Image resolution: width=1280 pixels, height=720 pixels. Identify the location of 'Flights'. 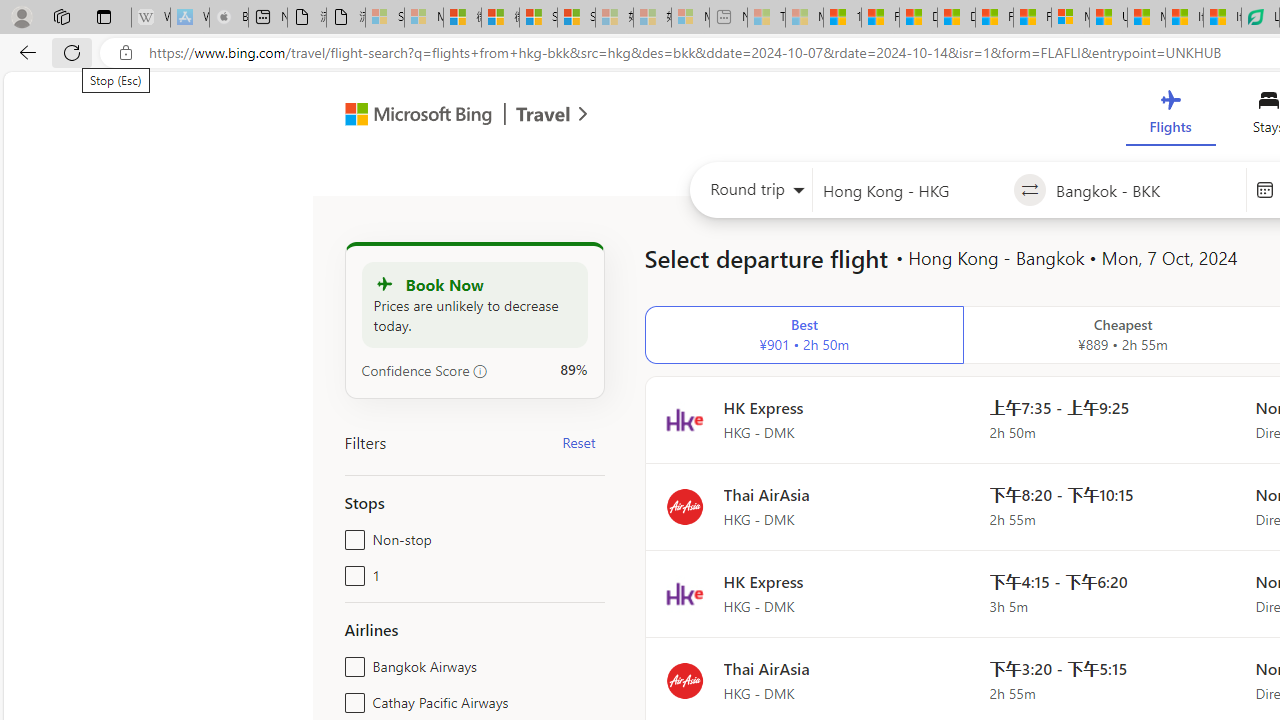
(1170, 117).